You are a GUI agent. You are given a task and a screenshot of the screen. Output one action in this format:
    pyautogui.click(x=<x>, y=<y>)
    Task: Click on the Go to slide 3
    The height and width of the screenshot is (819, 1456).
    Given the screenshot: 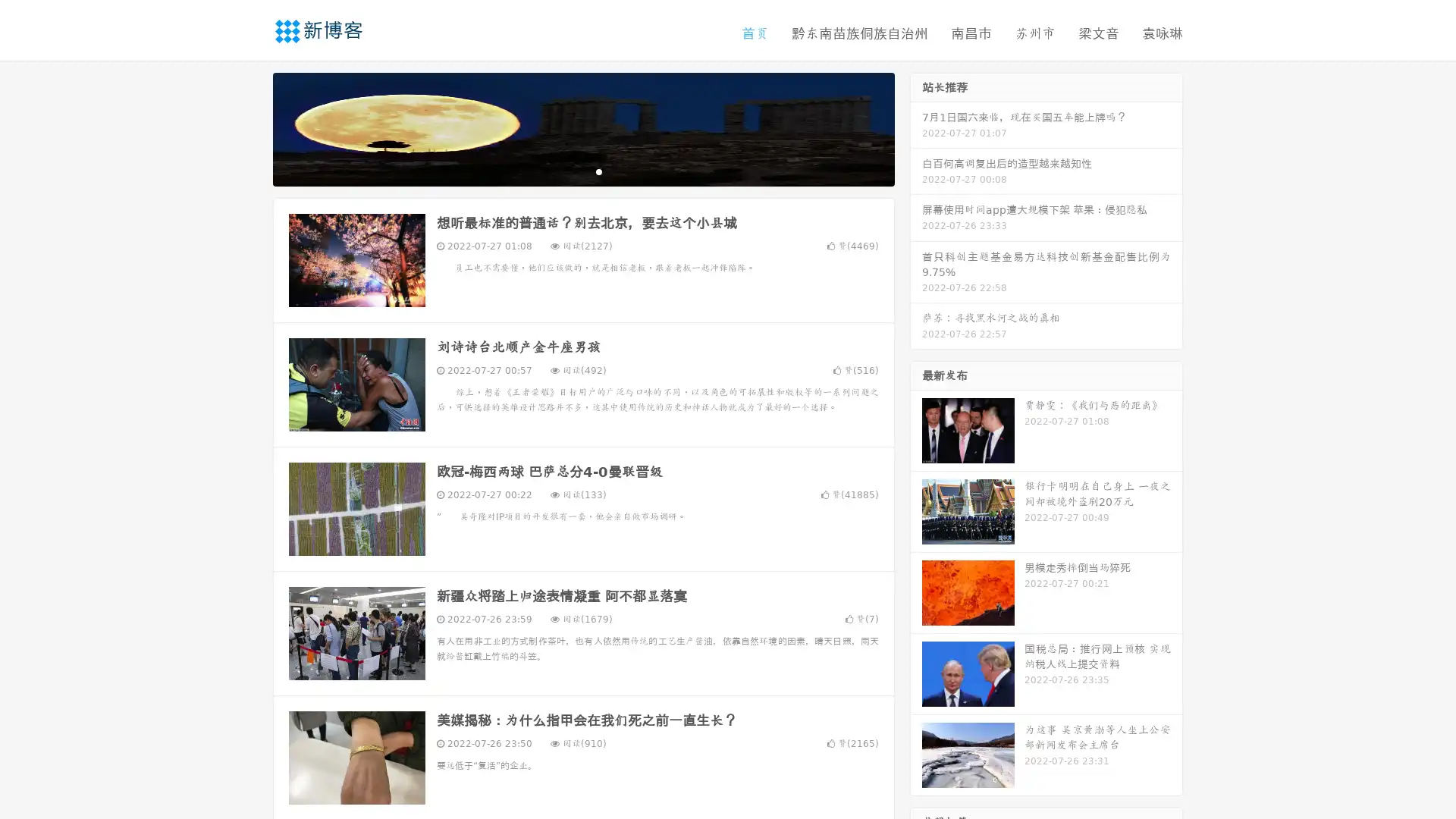 What is the action you would take?
    pyautogui.click(x=598, y=171)
    